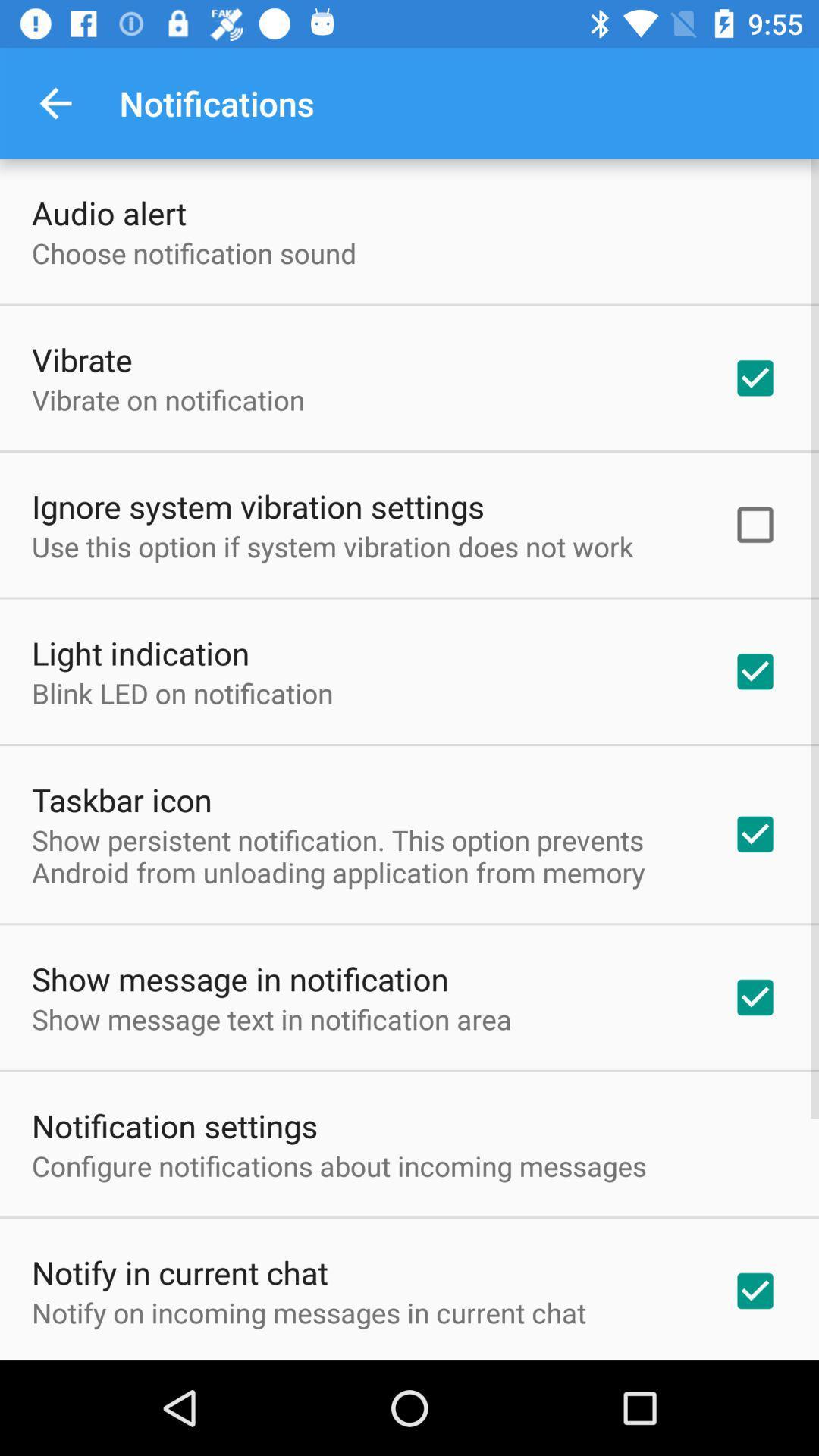  What do you see at coordinates (108, 212) in the screenshot?
I see `item above choose notification sound item` at bounding box center [108, 212].